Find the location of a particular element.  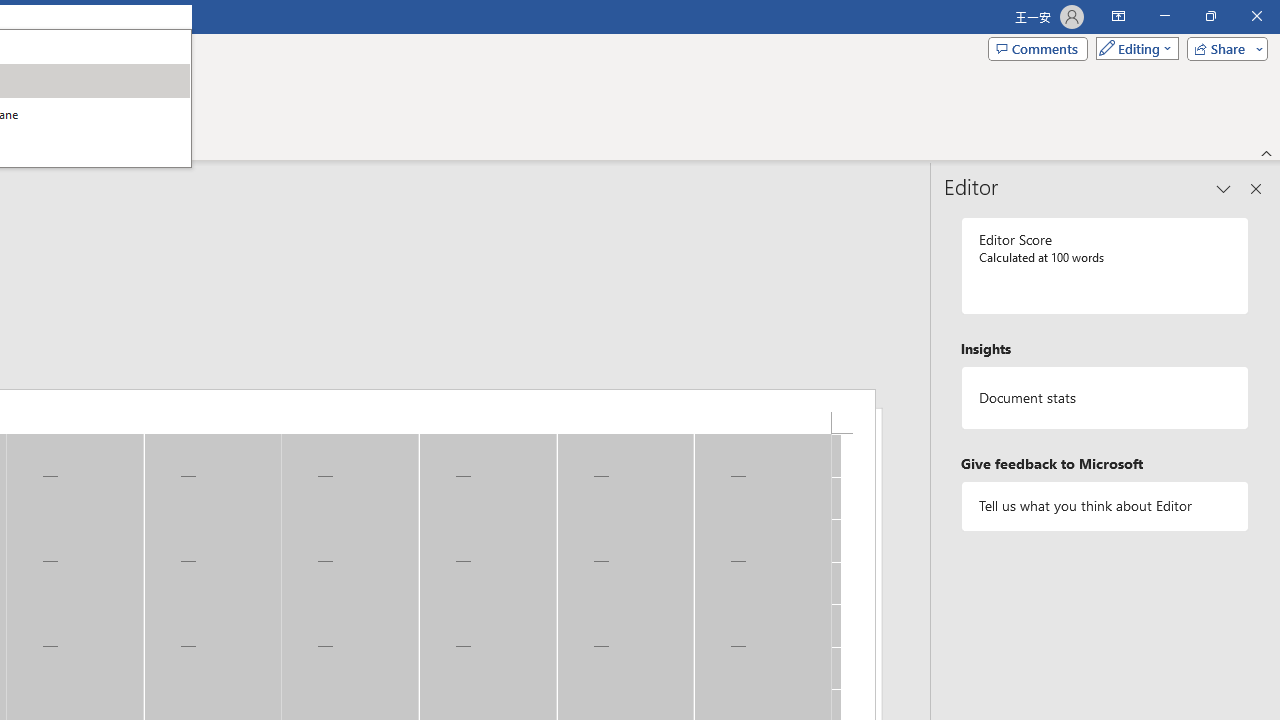

'Document statistics' is located at coordinates (1104, 398).